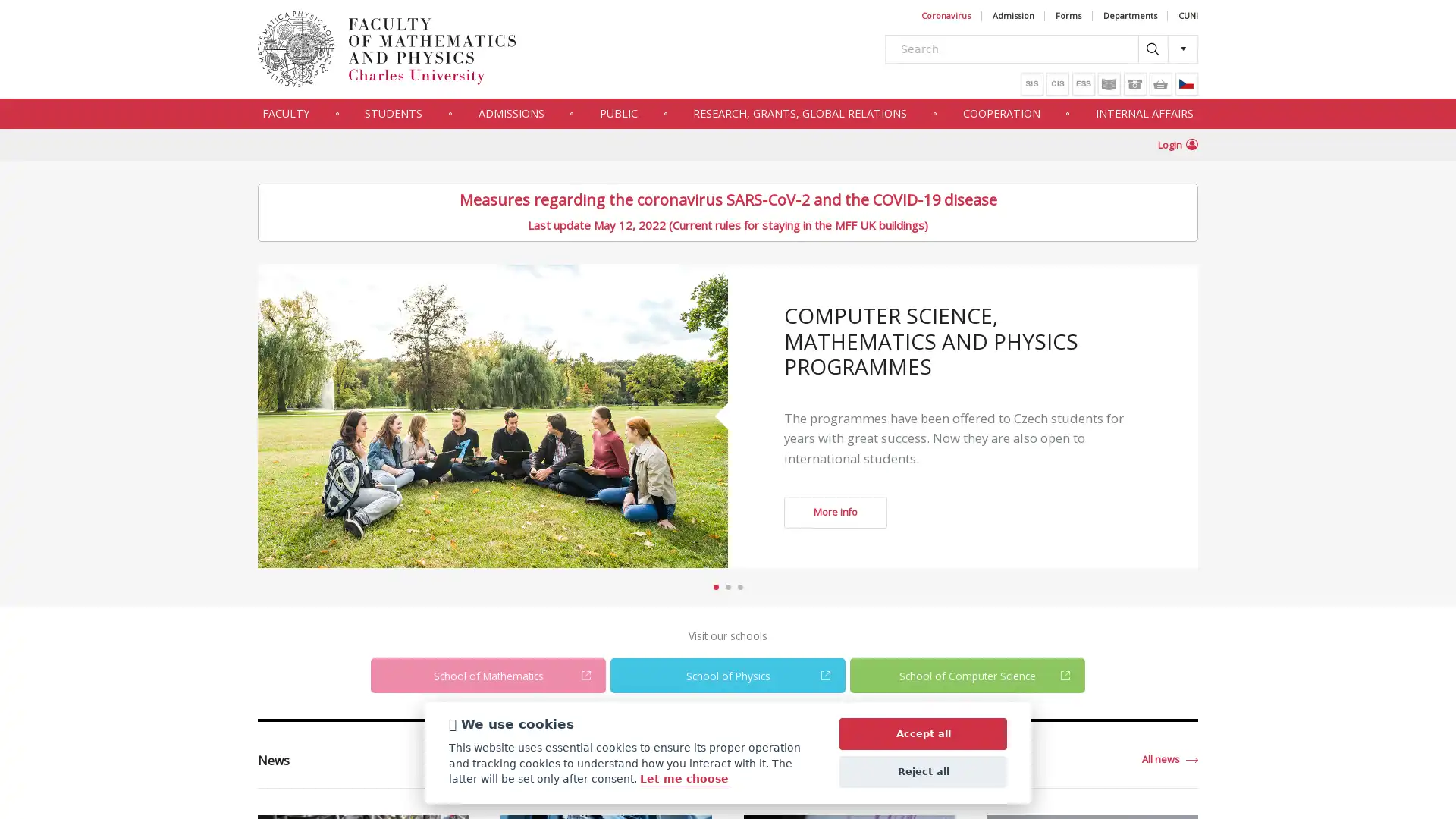  What do you see at coordinates (922, 772) in the screenshot?
I see `Reject all` at bounding box center [922, 772].